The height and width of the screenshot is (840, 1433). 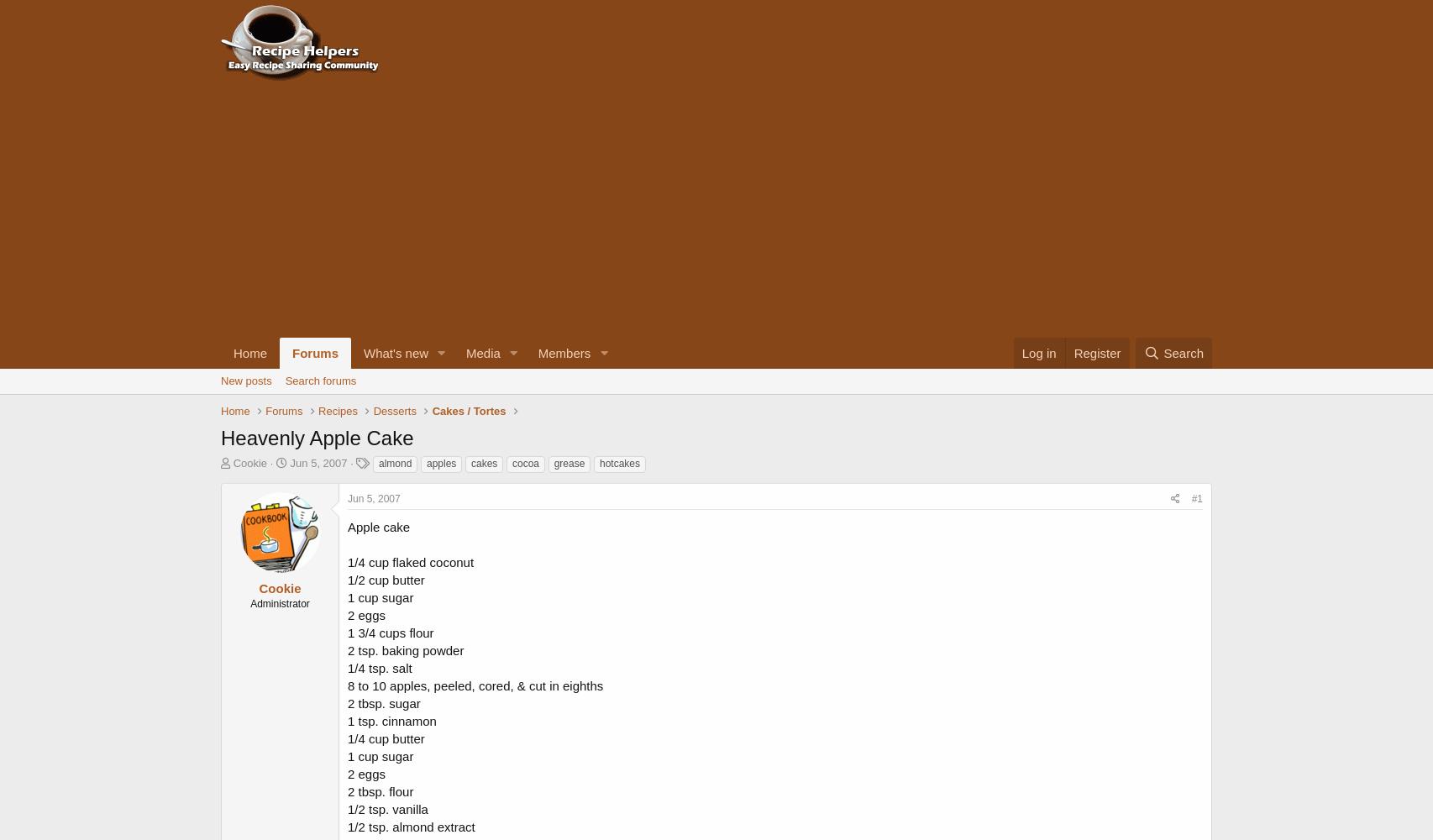 What do you see at coordinates (1038, 353) in the screenshot?
I see `'Log in'` at bounding box center [1038, 353].